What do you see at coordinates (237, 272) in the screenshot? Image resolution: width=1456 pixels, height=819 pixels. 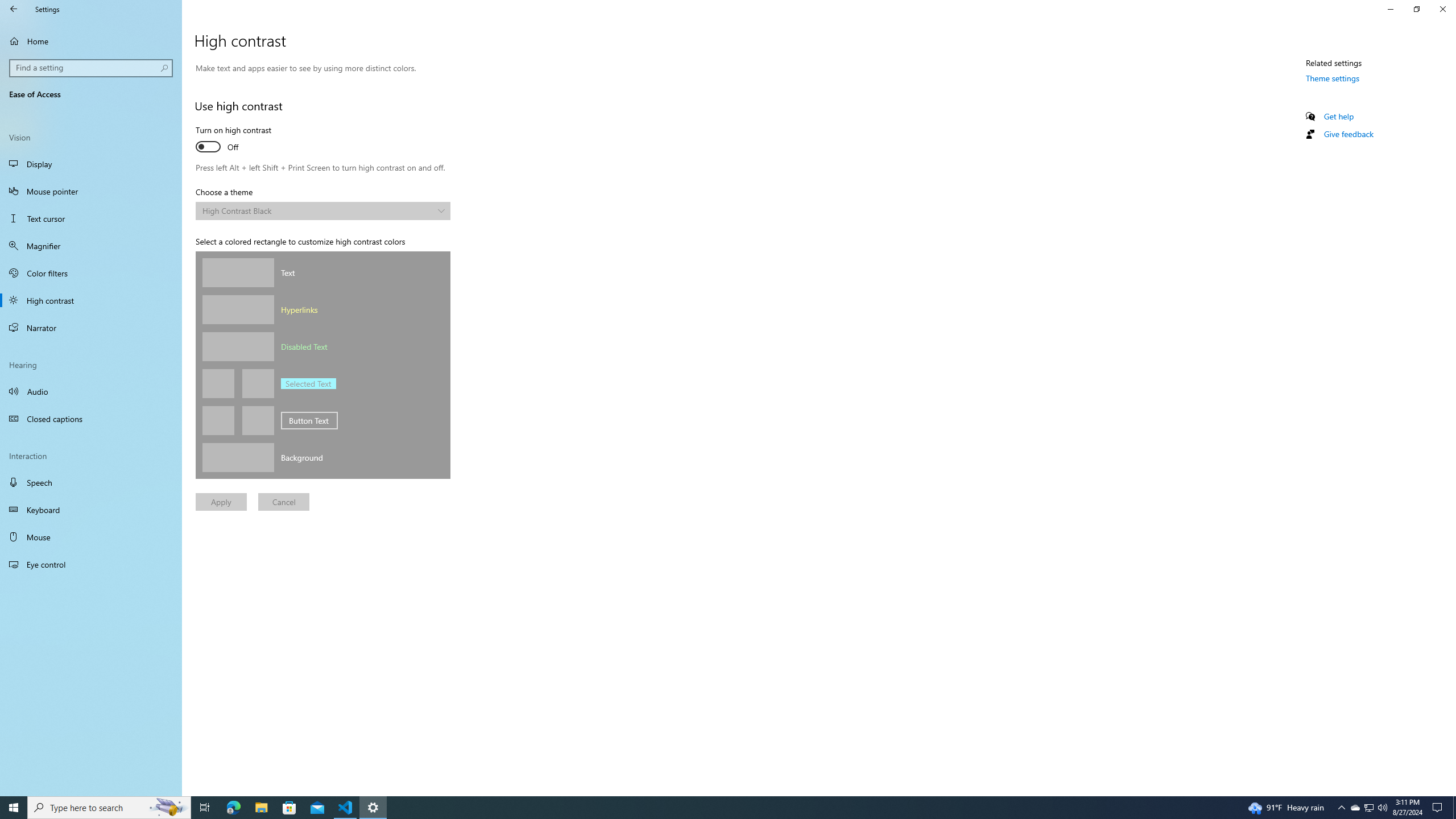 I see `'Text color'` at bounding box center [237, 272].